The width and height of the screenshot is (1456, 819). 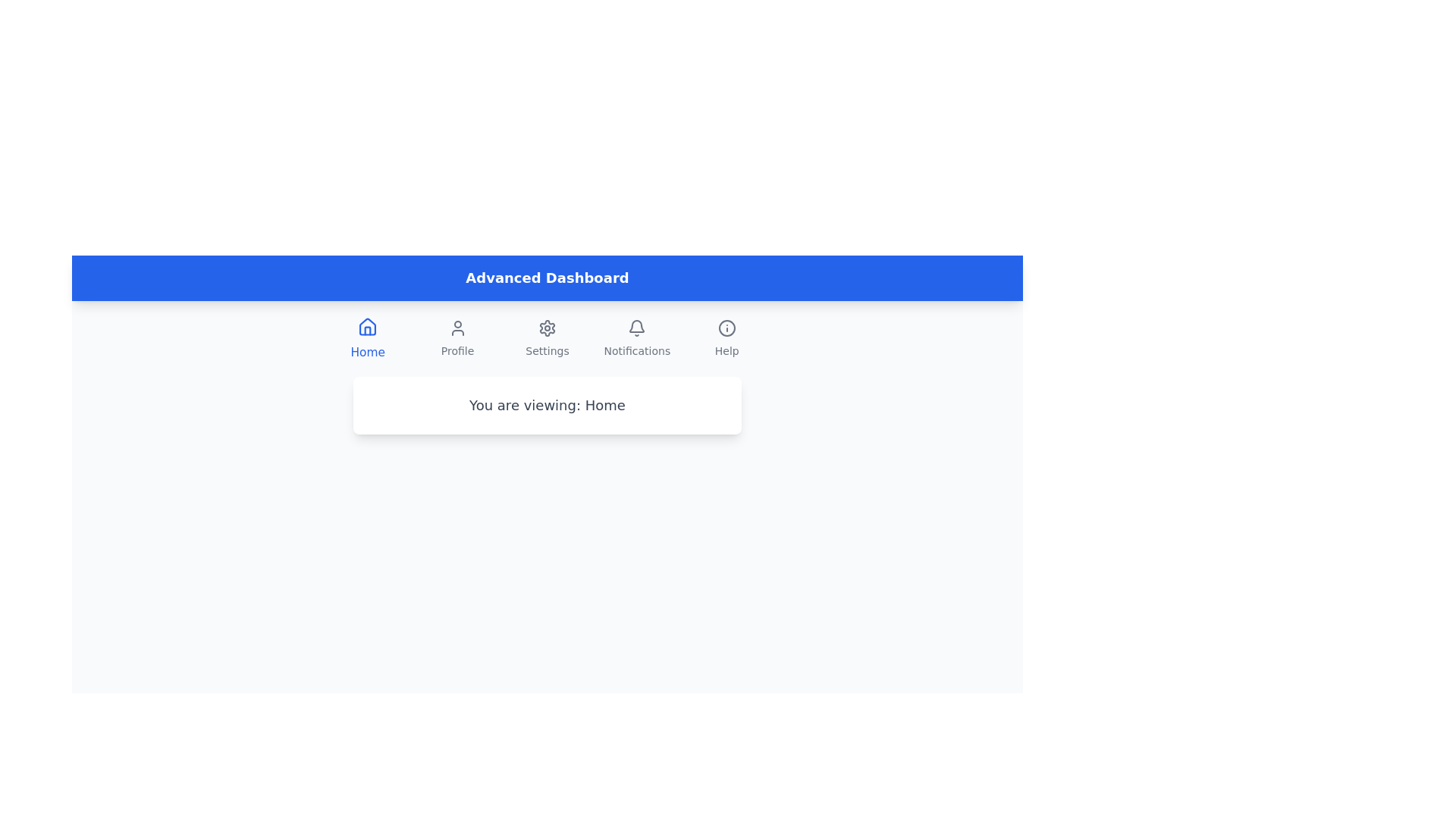 I want to click on the 'Home' navigation icon, so click(x=368, y=326).